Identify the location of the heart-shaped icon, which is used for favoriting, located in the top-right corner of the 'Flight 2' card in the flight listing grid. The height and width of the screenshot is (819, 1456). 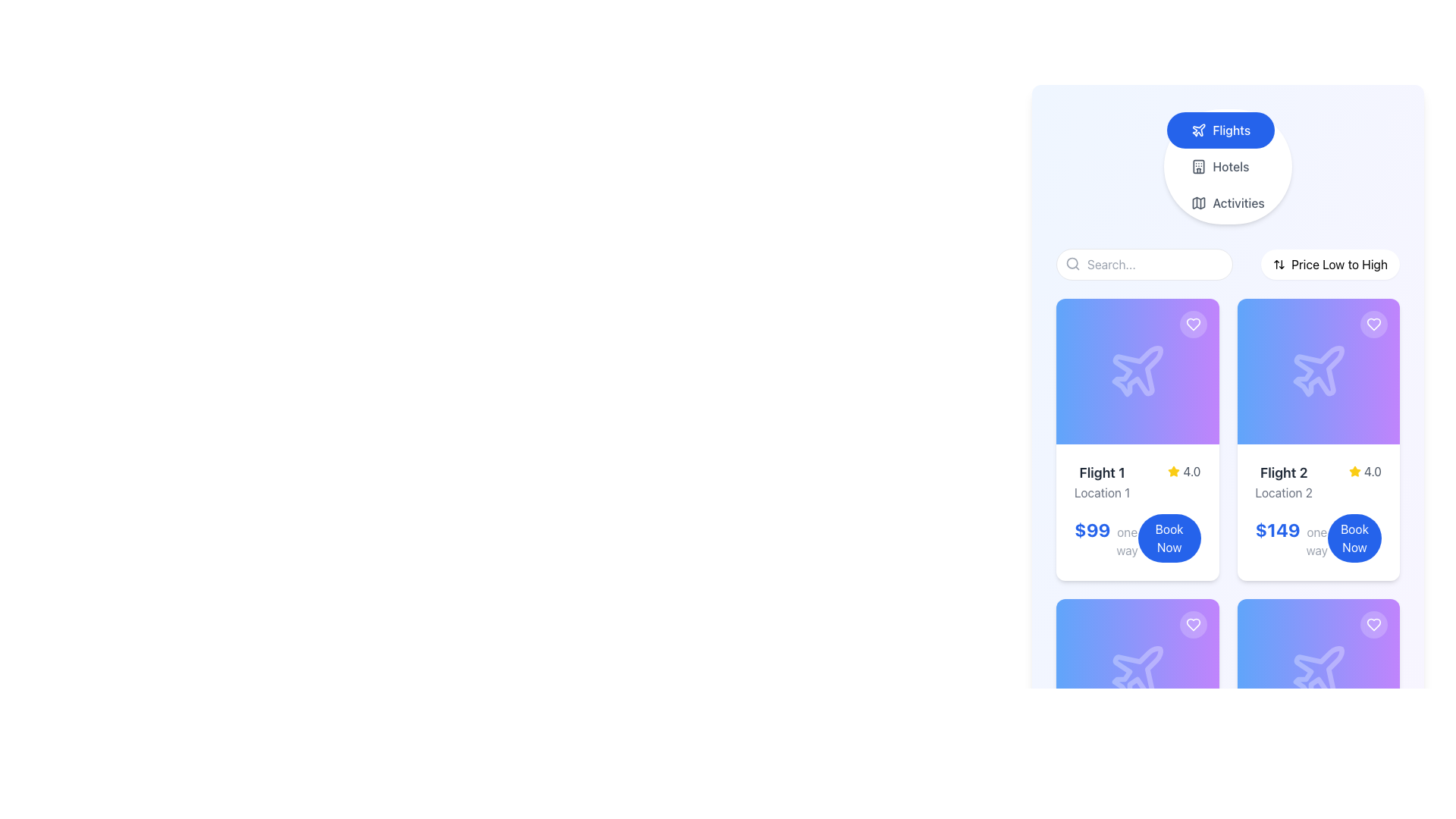
(1192, 625).